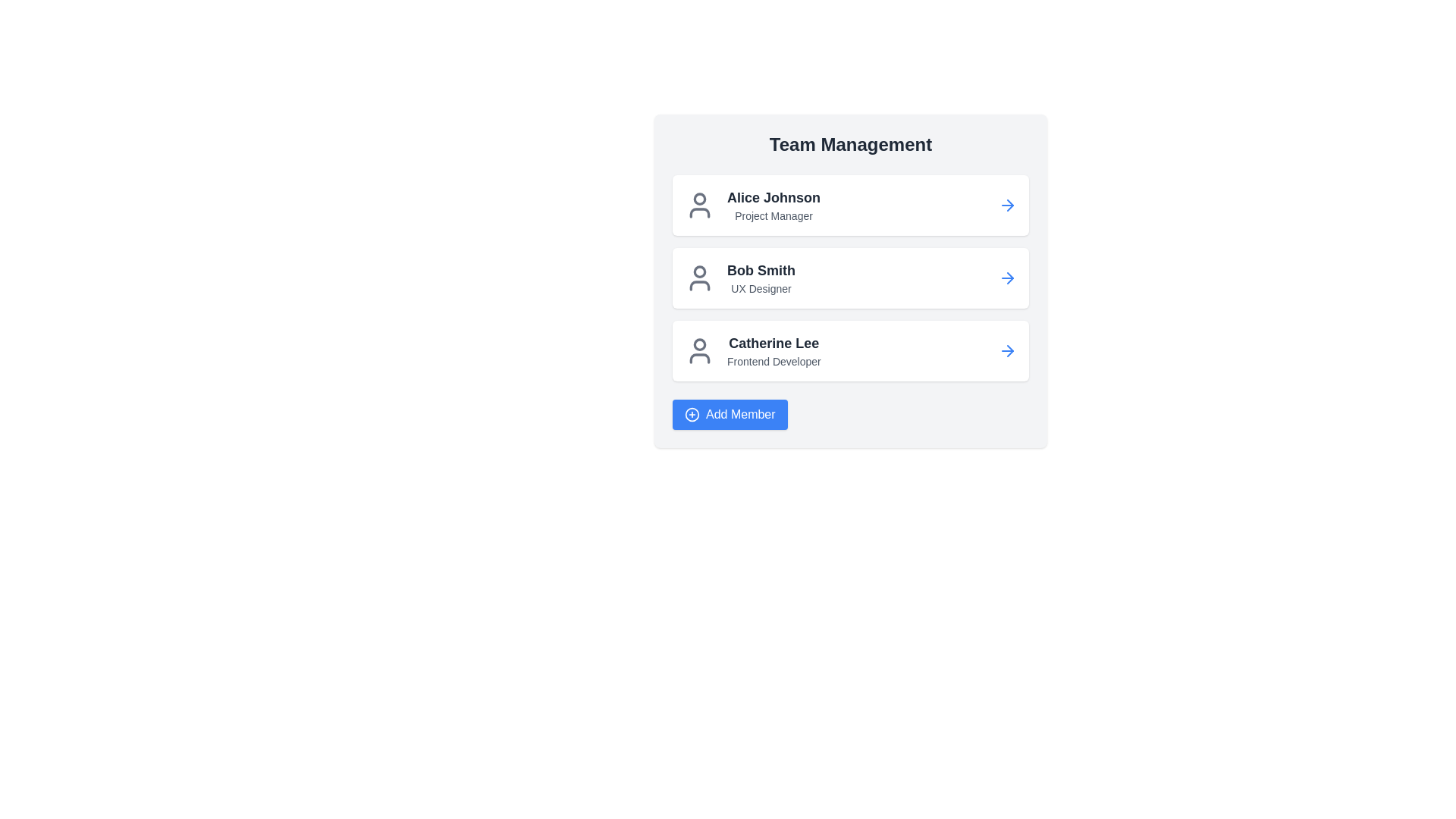 The width and height of the screenshot is (1456, 819). I want to click on the SVG circle element that visually represents the head of the user icon for 'Alice Johnson', so click(698, 198).